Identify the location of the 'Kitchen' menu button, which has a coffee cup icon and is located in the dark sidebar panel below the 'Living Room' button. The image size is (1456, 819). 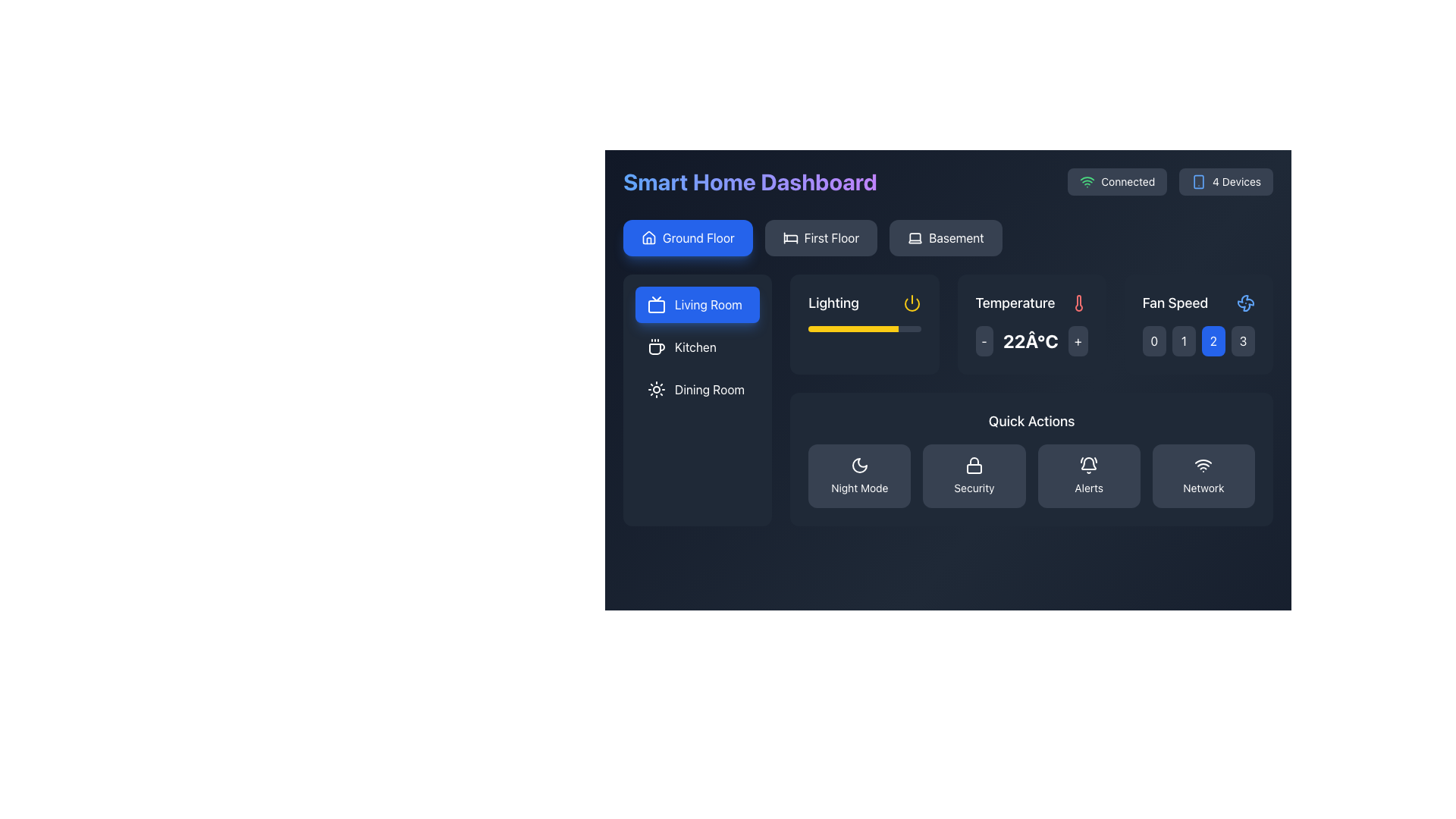
(697, 347).